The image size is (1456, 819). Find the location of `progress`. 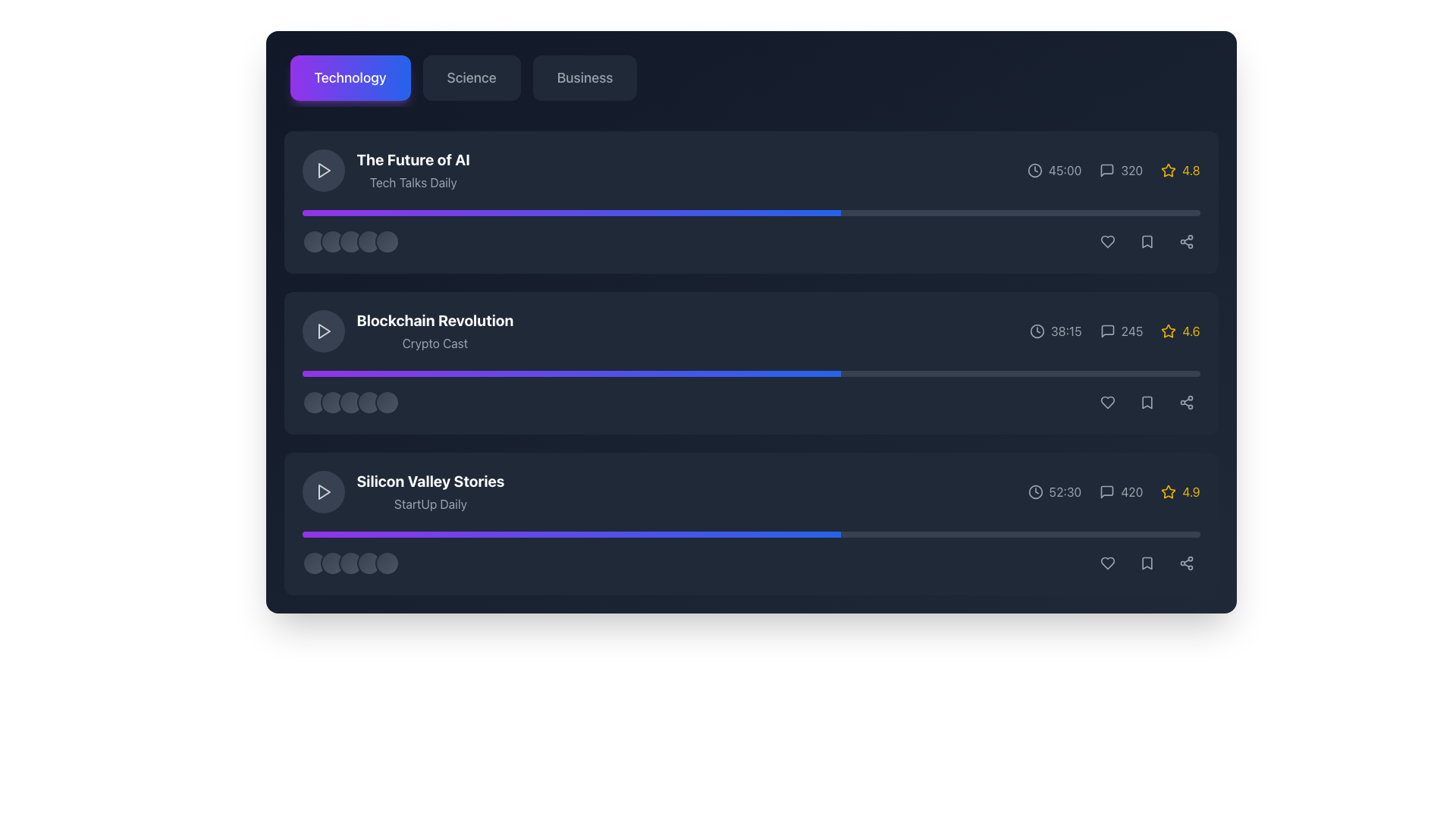

progress is located at coordinates (302, 374).